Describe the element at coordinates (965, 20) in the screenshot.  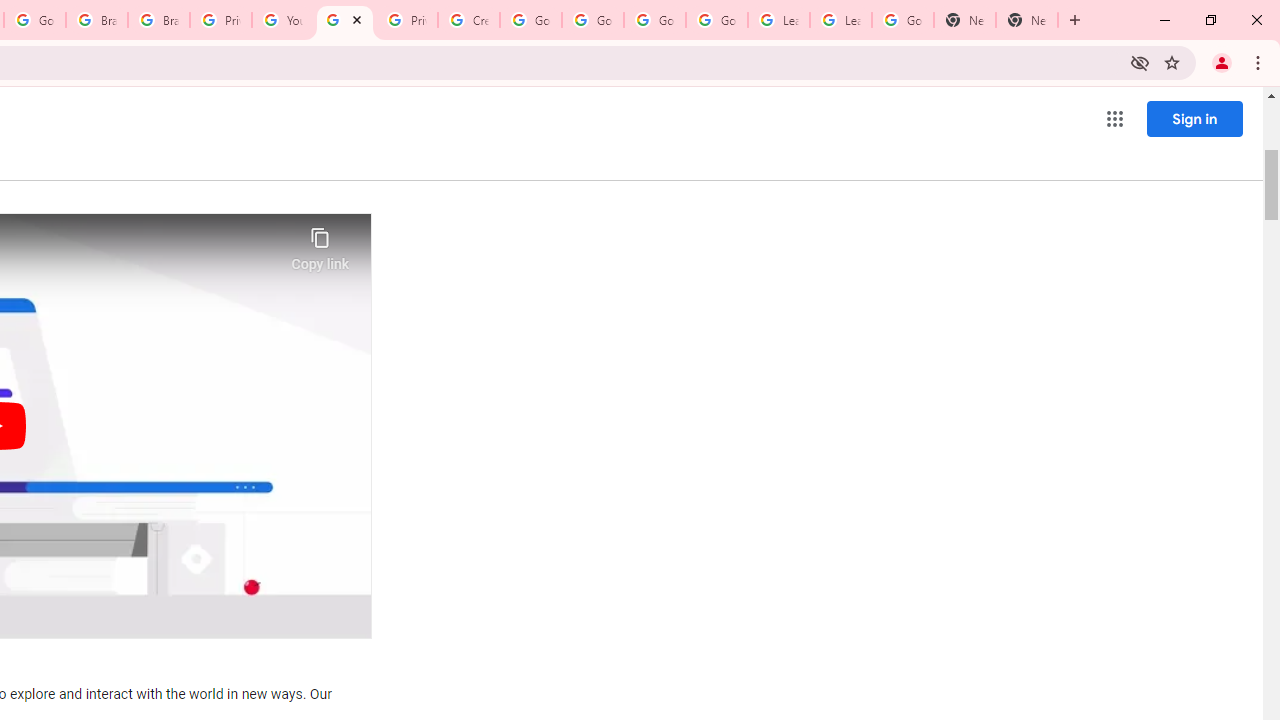
I see `'New Tab'` at that location.